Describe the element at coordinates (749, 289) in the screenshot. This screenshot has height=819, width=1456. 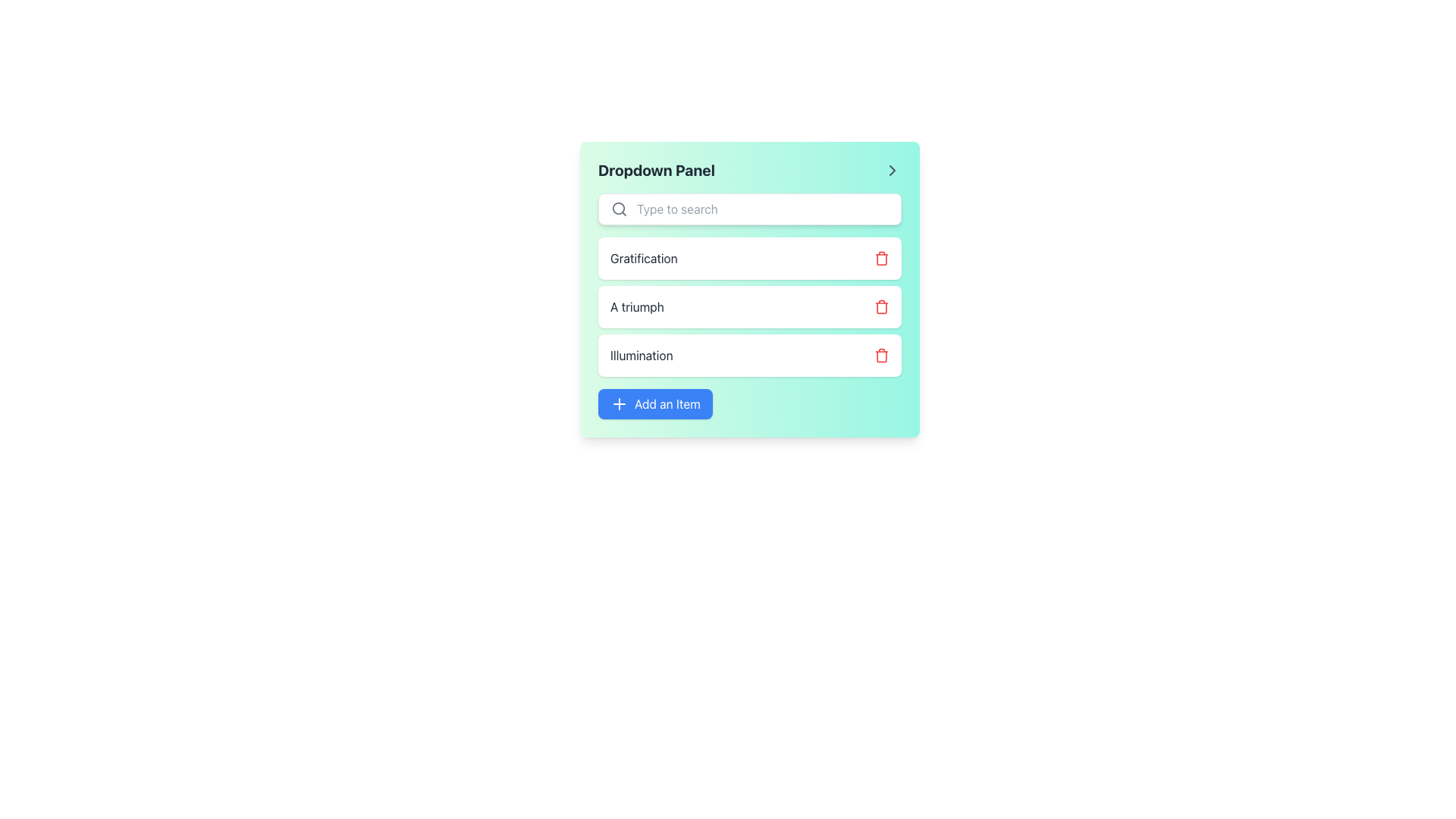
I see `the dropdown list item labeled 'A triumph' located between the panels 'Gratification' and 'Illumination'` at that location.